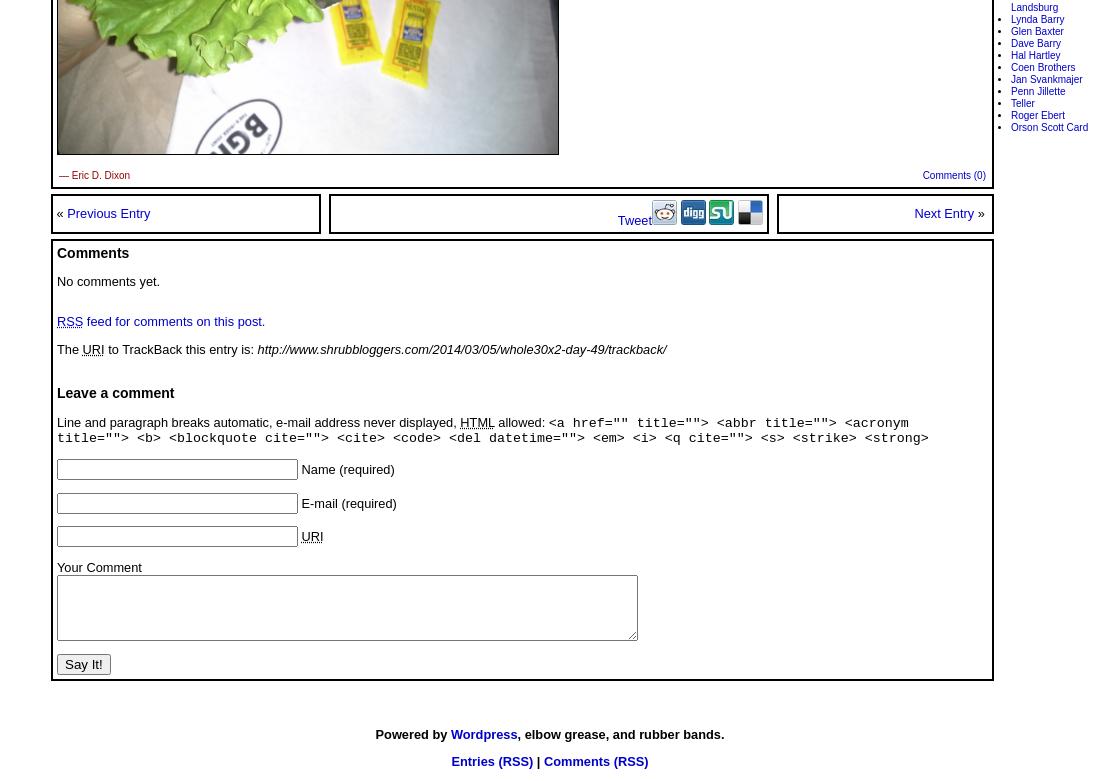 The width and height of the screenshot is (1100, 781). What do you see at coordinates (68, 348) in the screenshot?
I see `'The'` at bounding box center [68, 348].